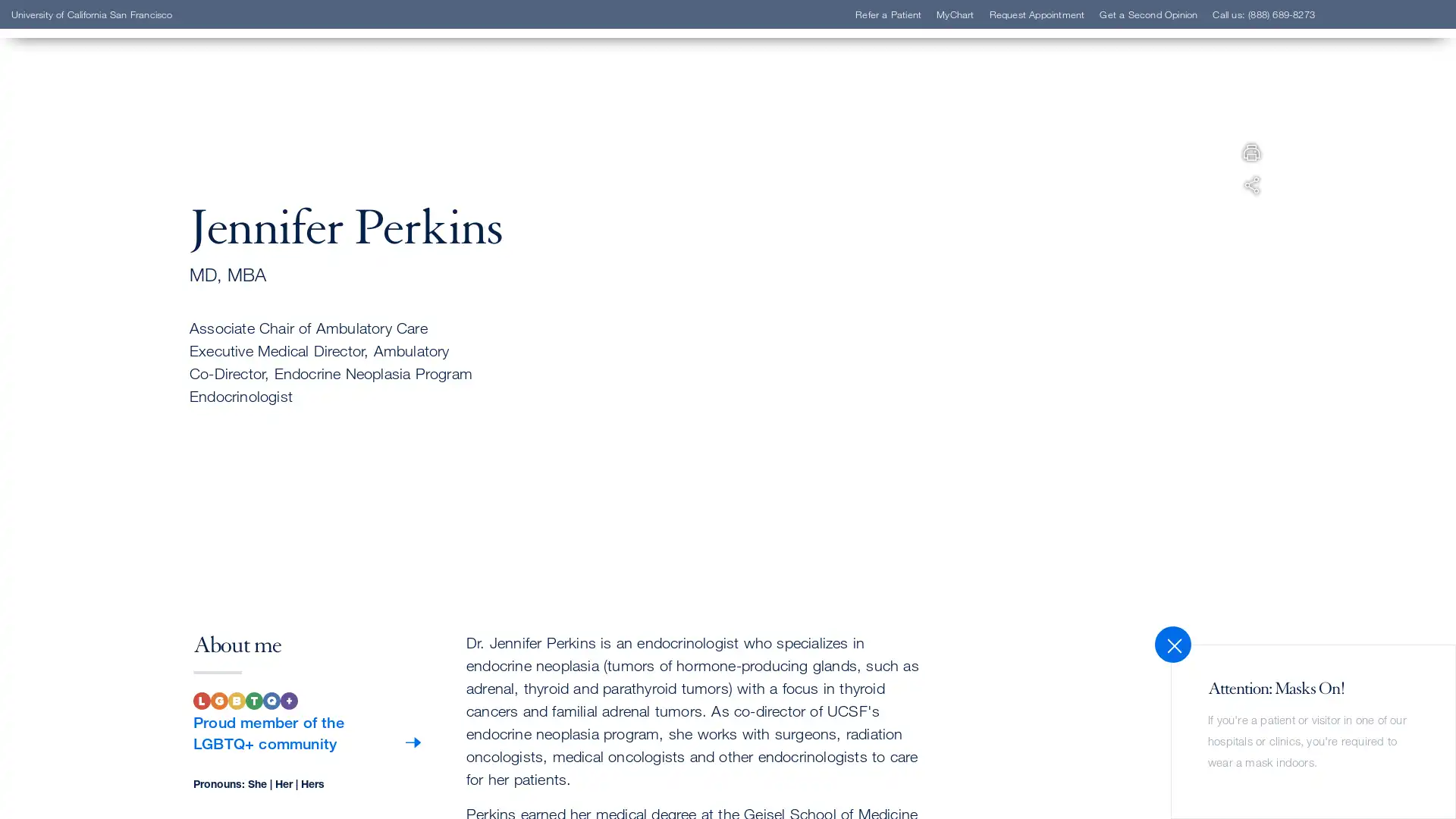 Image resolution: width=1456 pixels, height=819 pixels. What do you see at coordinates (96, 314) in the screenshot?
I see `Treatments` at bounding box center [96, 314].